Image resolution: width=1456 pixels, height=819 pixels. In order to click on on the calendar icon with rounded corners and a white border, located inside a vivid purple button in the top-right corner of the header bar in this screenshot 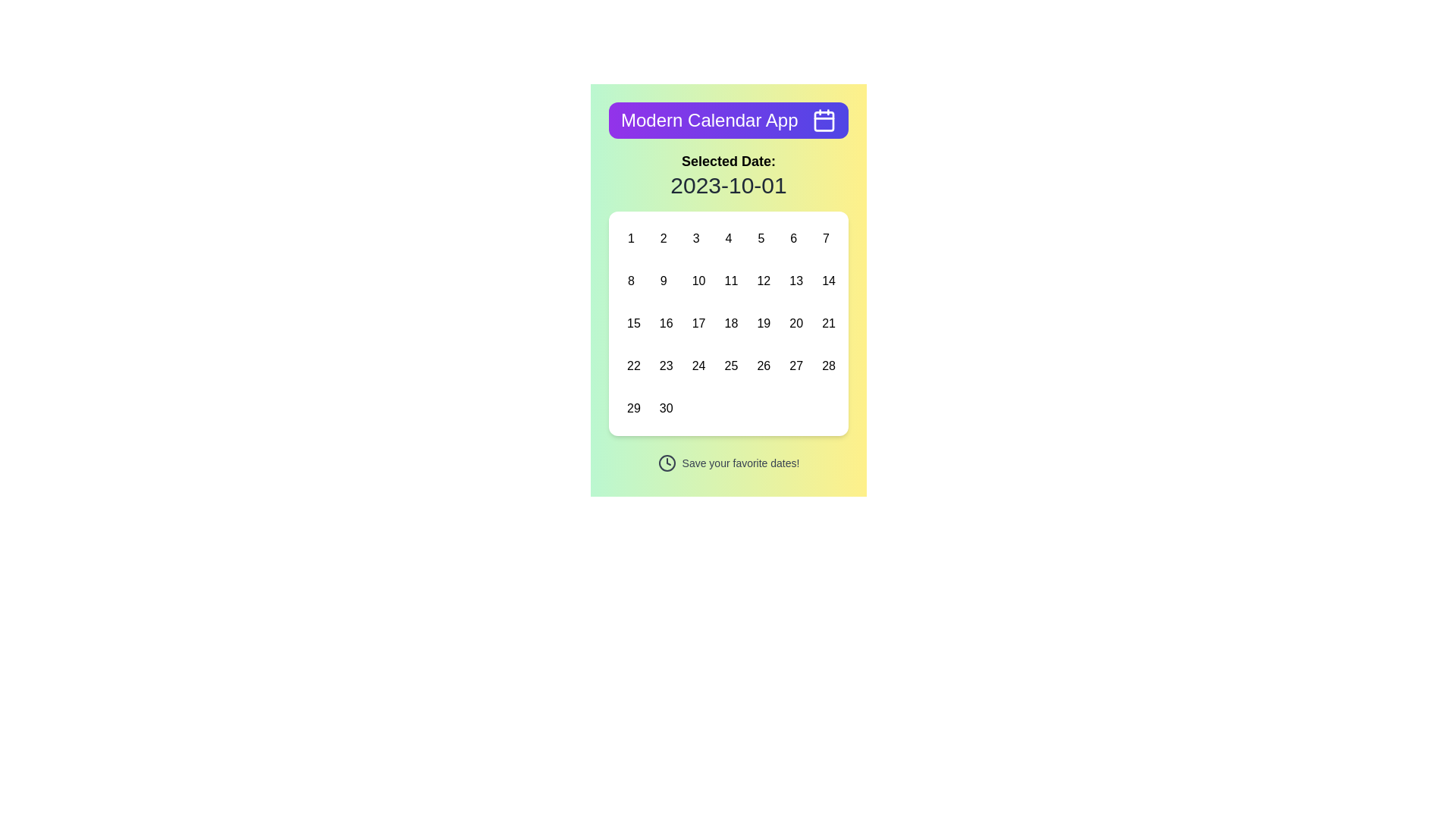, I will do `click(823, 119)`.